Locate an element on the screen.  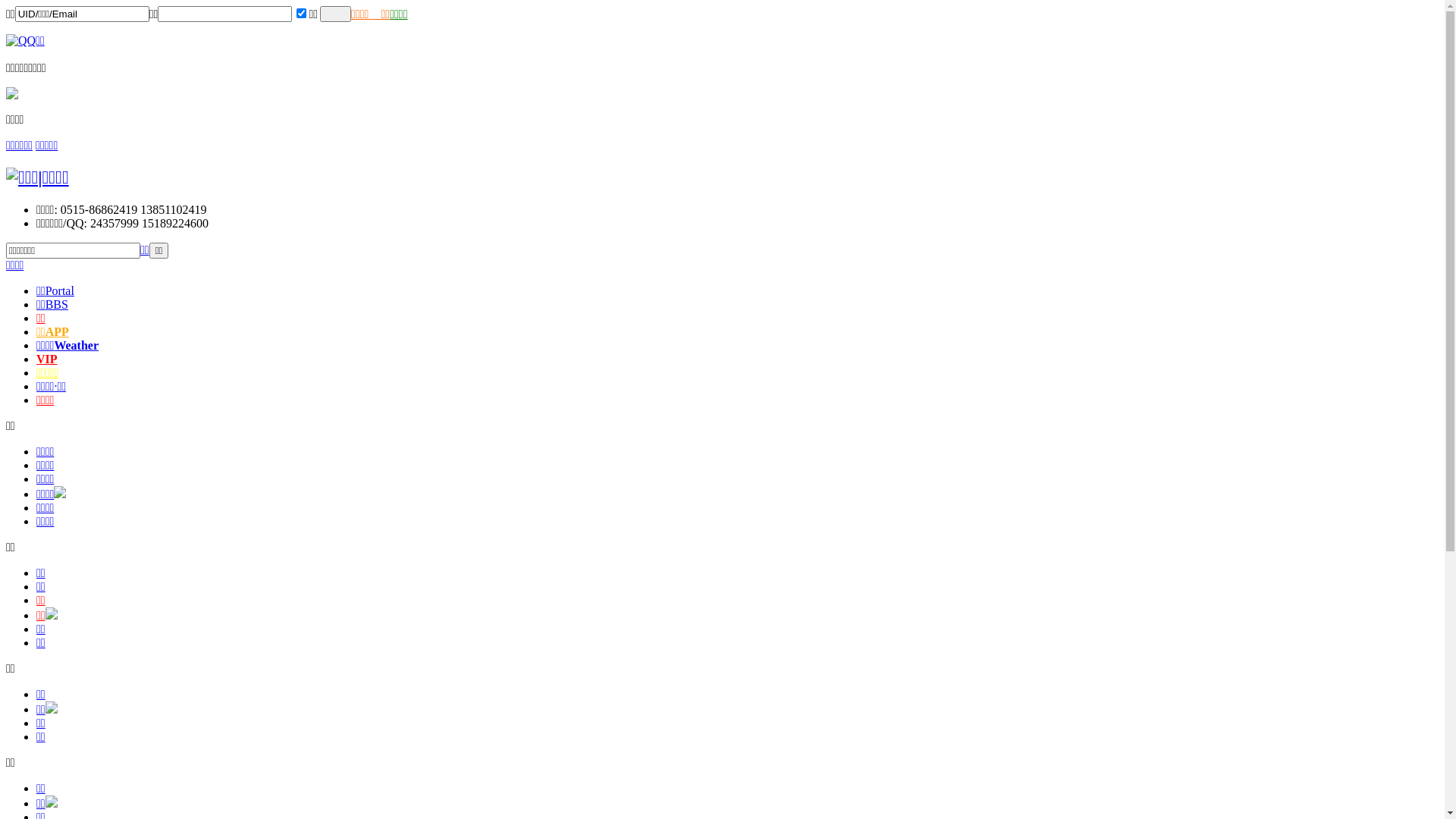
'    ' is located at coordinates (334, 14).